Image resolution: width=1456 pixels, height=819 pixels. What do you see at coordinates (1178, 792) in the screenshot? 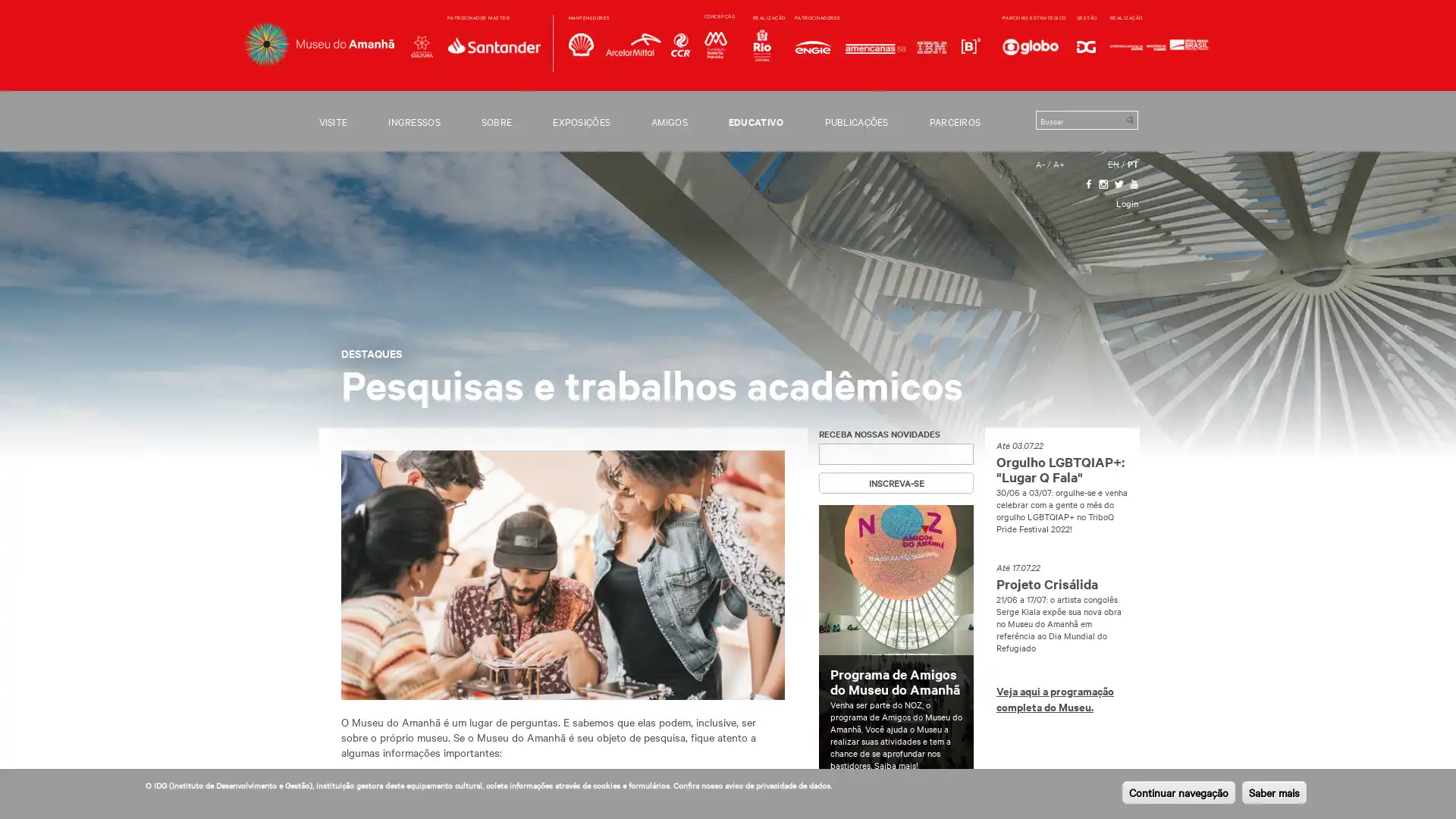
I see `Continuar navegacao` at bounding box center [1178, 792].